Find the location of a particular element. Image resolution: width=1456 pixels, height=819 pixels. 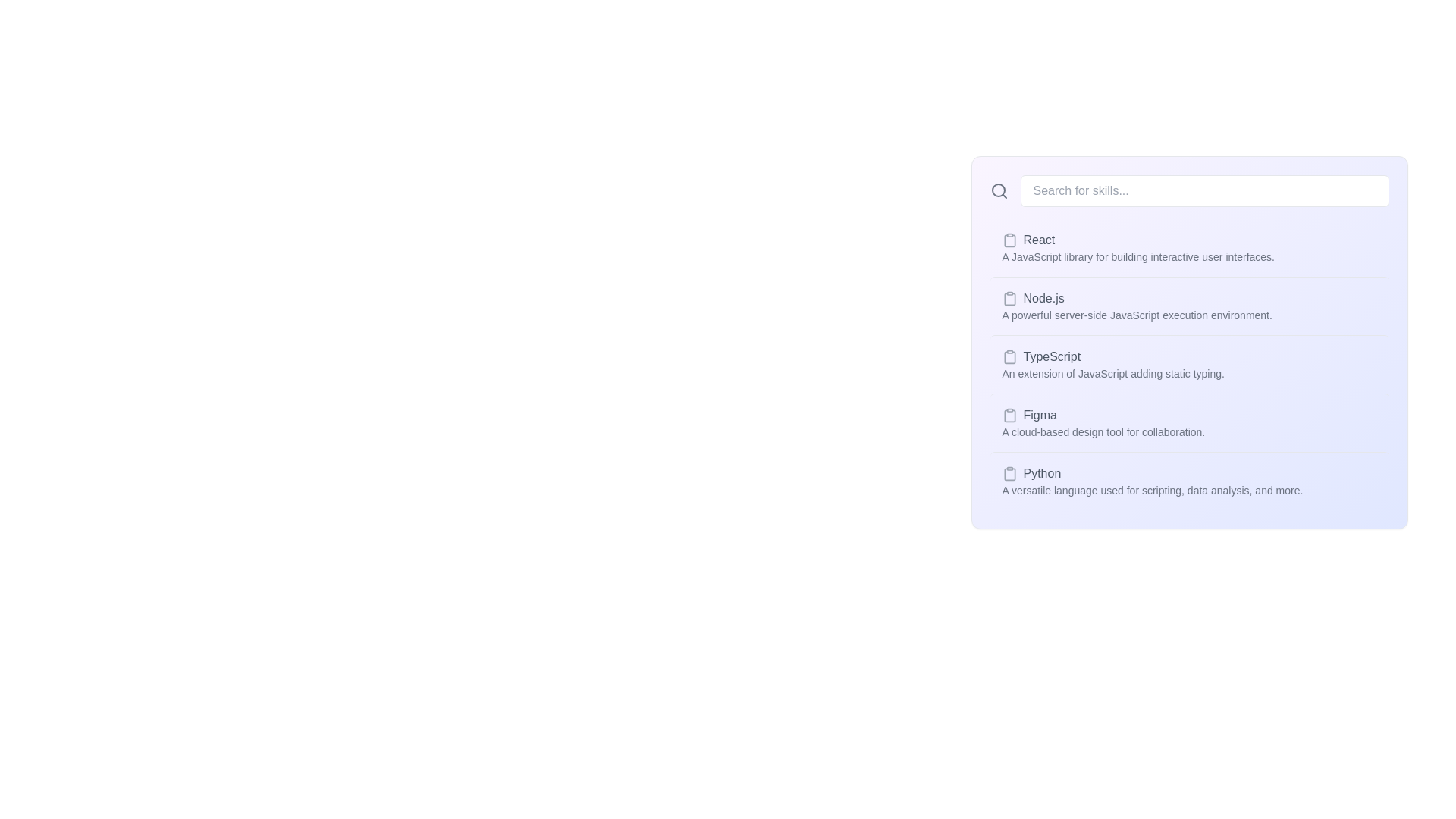

the circular magnifying glass icon located at the far left of the search input field layout, which features a clean, minimalist design in grayscale is located at coordinates (999, 190).